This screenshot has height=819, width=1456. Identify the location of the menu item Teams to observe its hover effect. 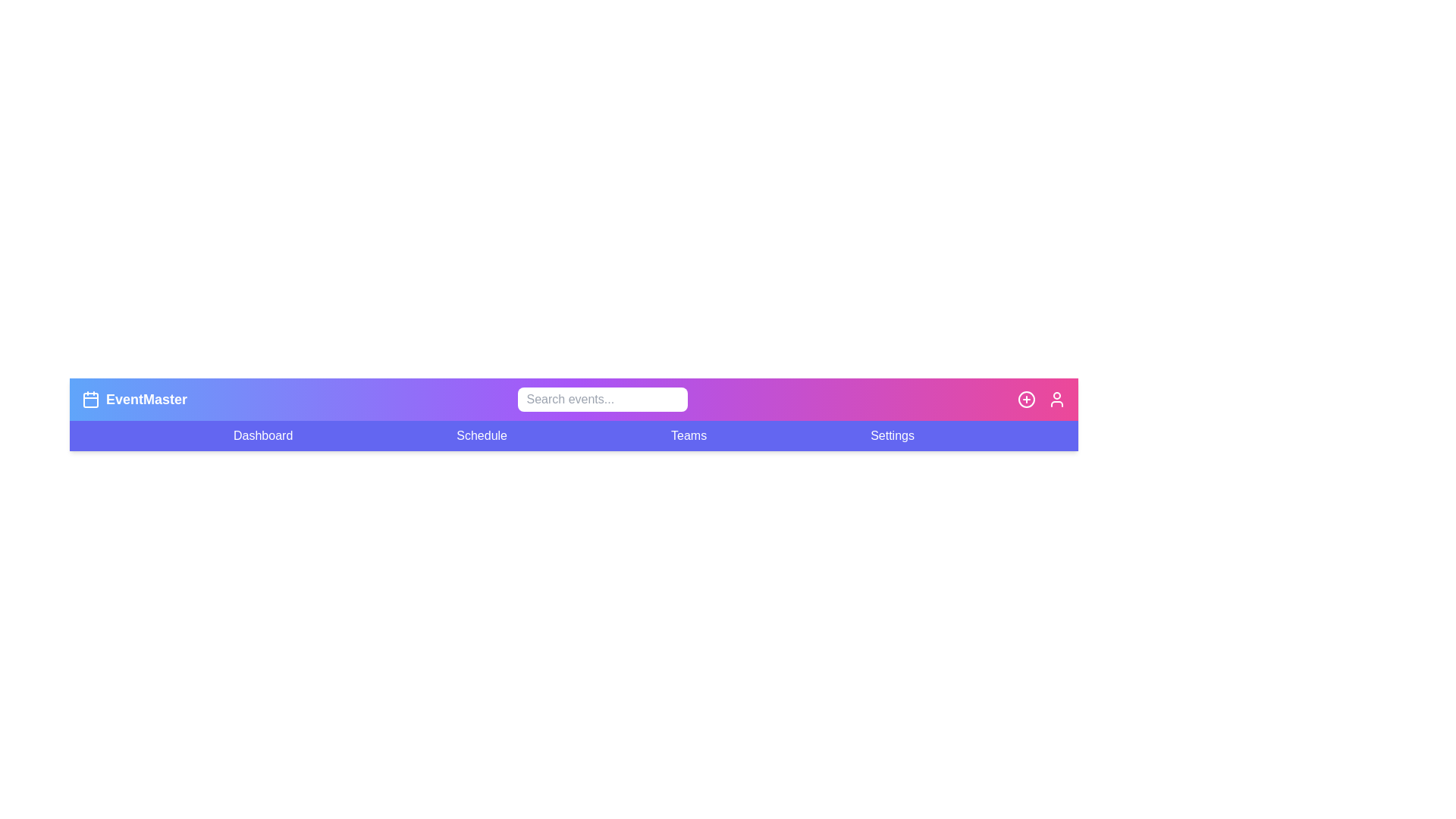
(688, 435).